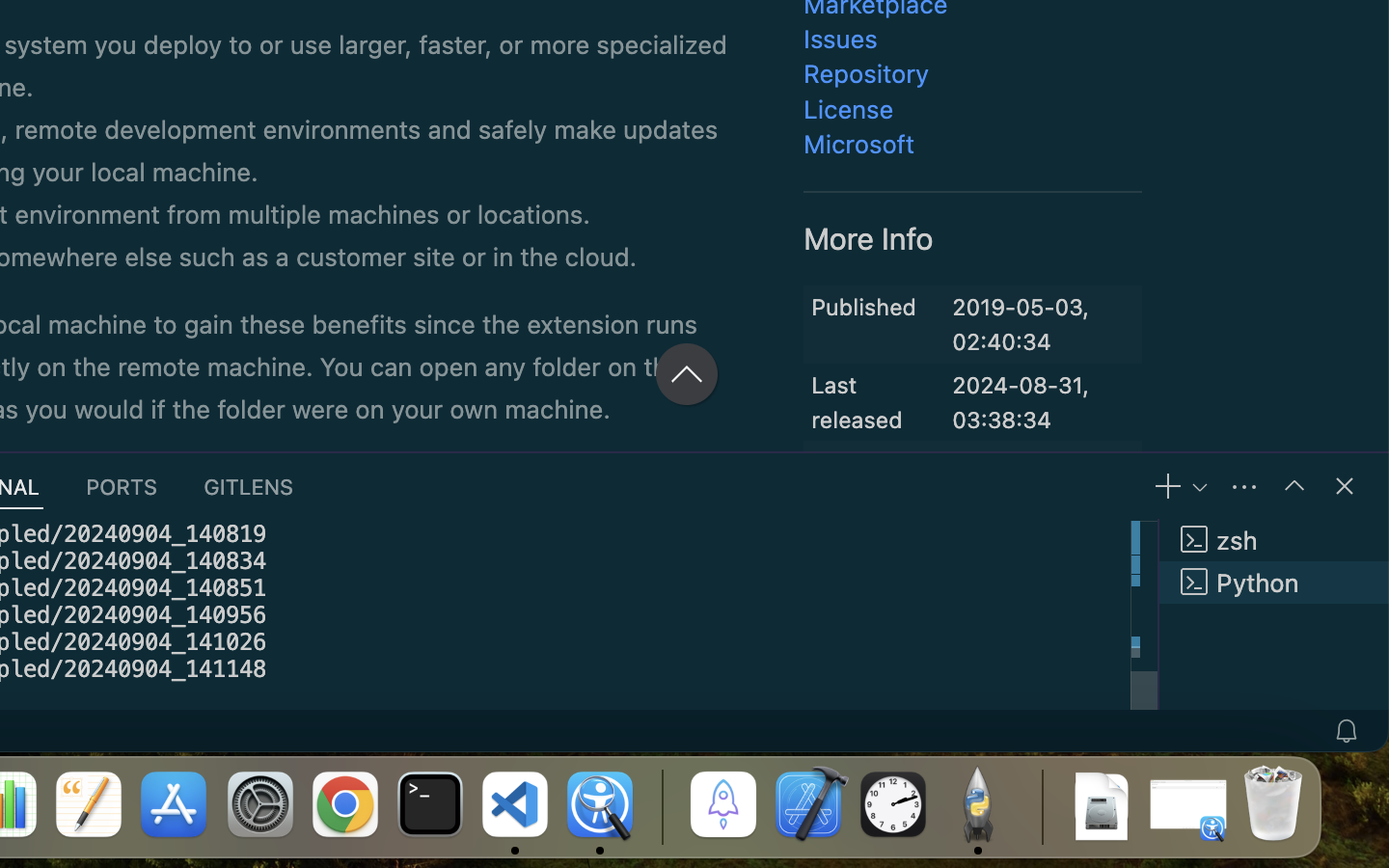 The image size is (1389, 868). Describe the element at coordinates (865, 73) in the screenshot. I see `'Repository'` at that location.